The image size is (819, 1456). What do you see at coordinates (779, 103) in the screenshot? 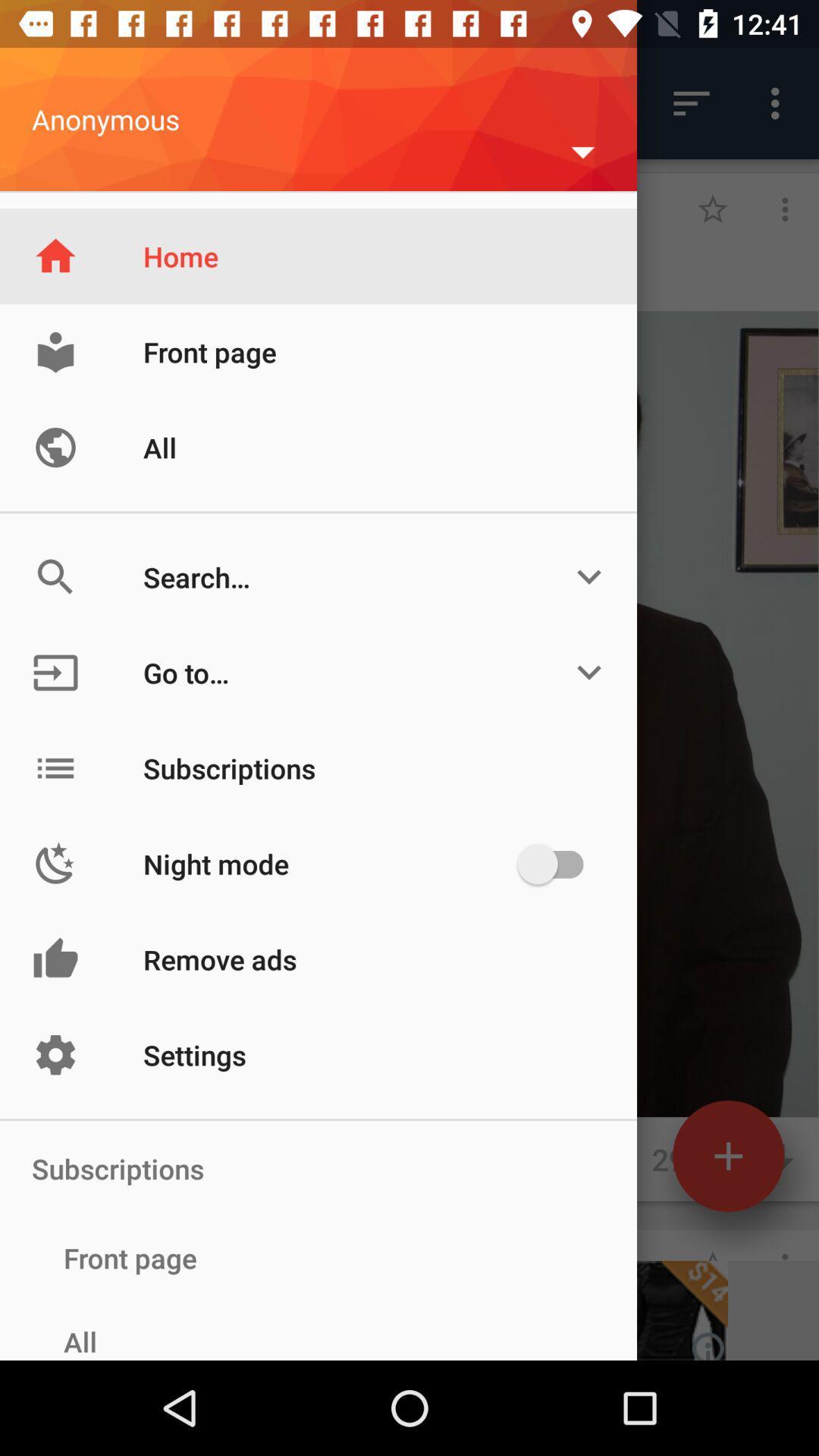
I see `the three dots button on the top right corner of the web page` at bounding box center [779, 103].